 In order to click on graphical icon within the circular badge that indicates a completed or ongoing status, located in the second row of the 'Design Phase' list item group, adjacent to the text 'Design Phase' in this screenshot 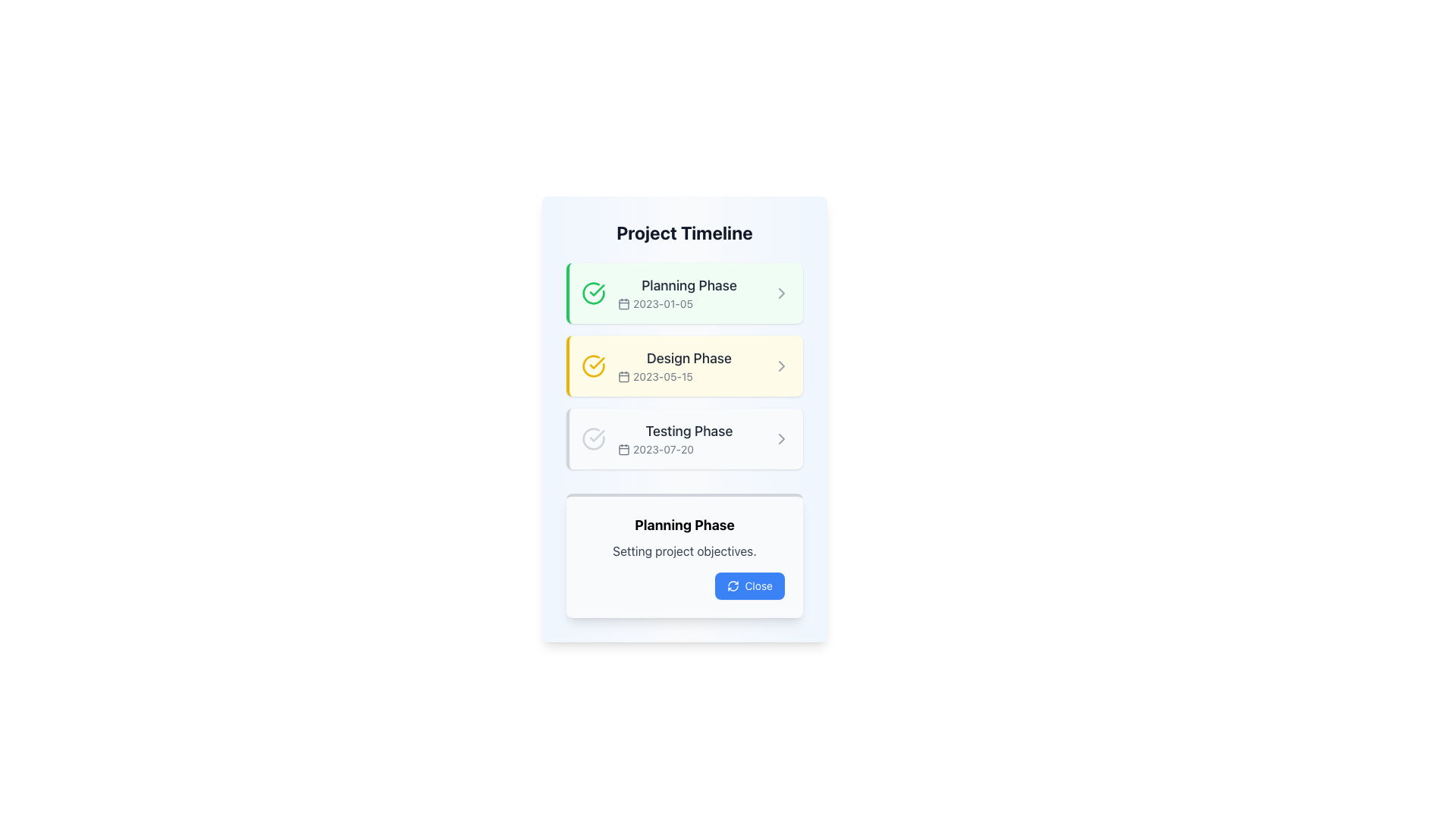, I will do `click(592, 366)`.